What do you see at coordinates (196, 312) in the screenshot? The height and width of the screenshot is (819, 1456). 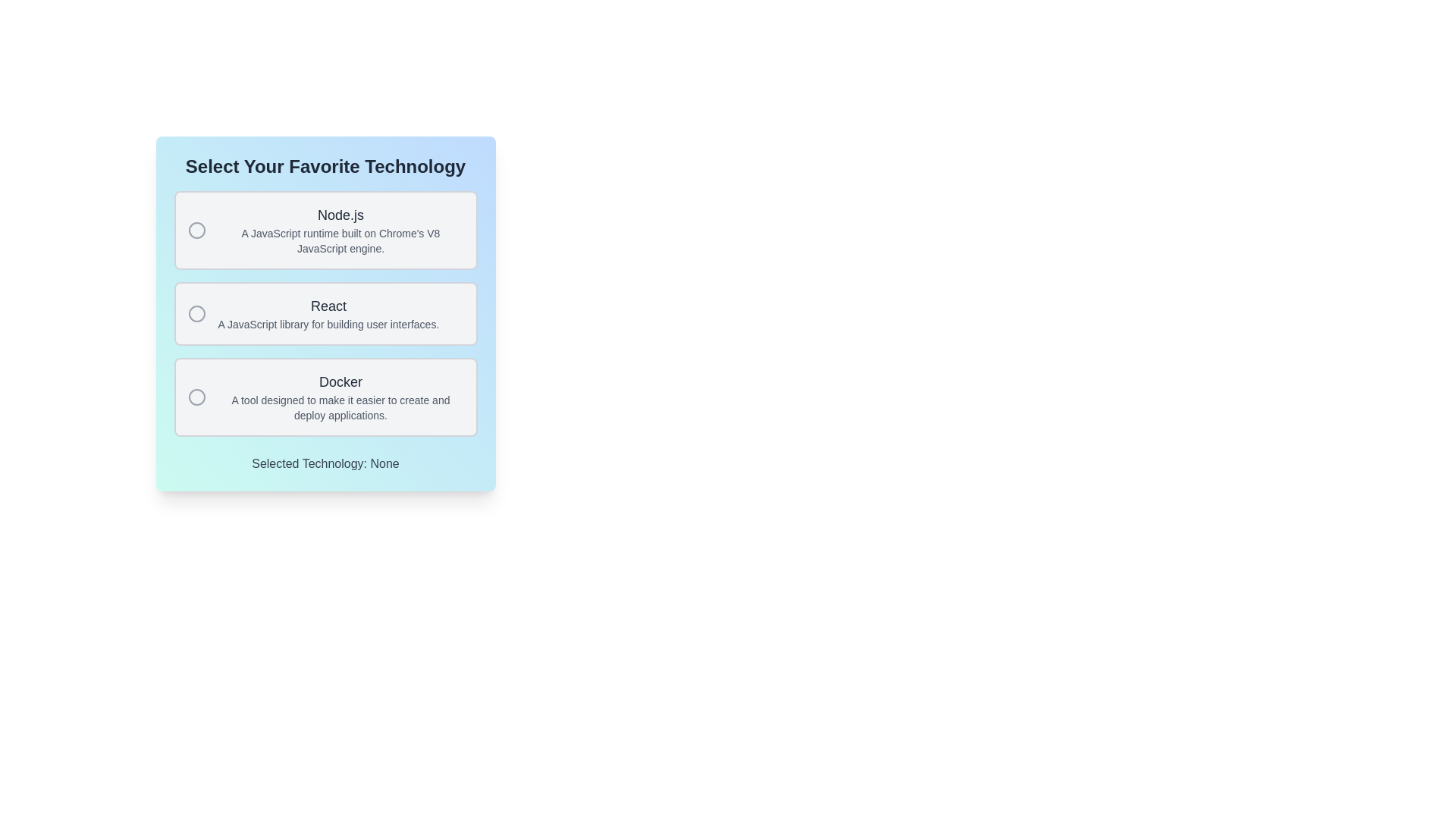 I see `the radio button representing the selection state of the 'React' option in the form` at bounding box center [196, 312].